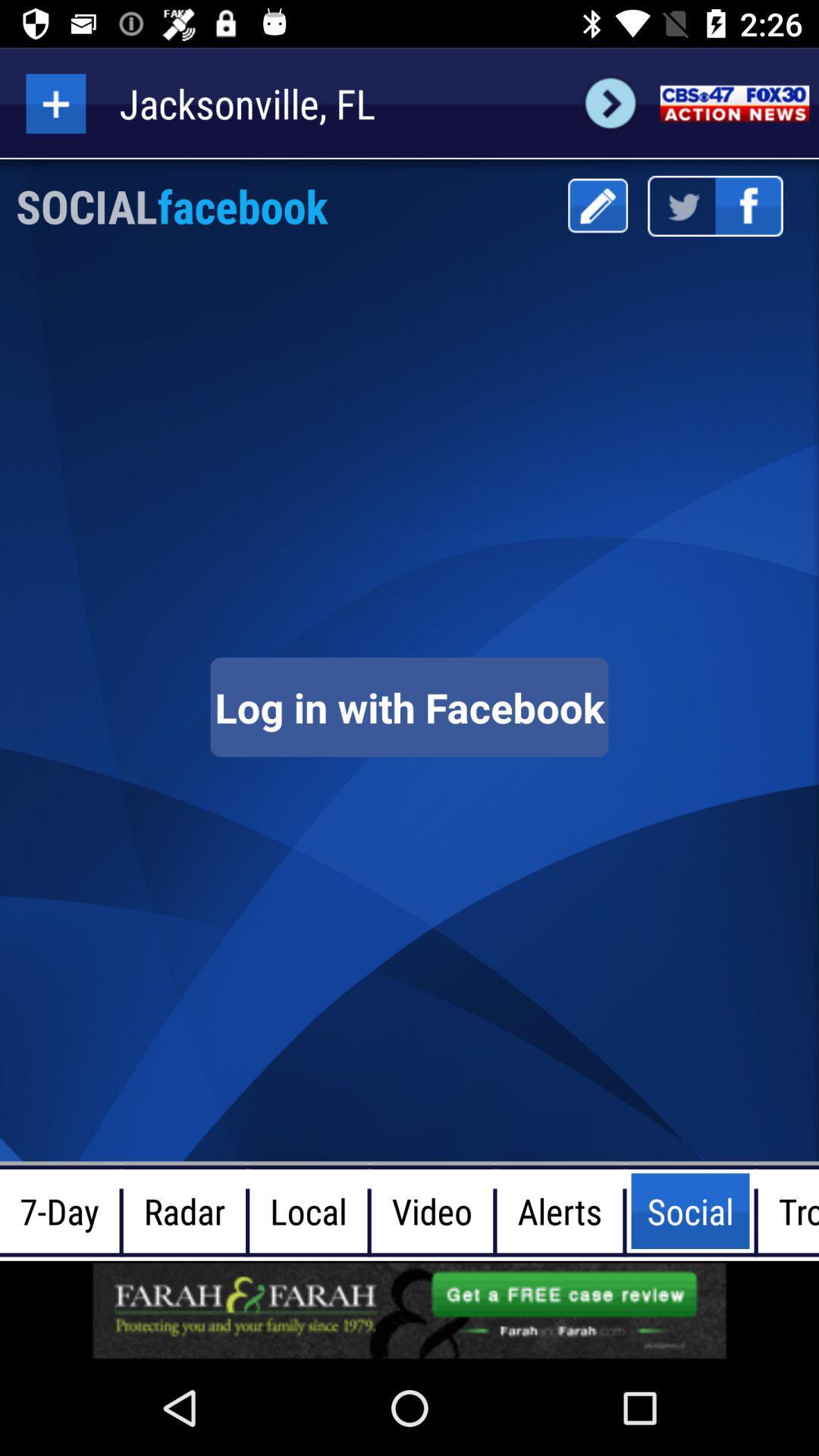 This screenshot has width=819, height=1456. What do you see at coordinates (610, 102) in the screenshot?
I see `next button` at bounding box center [610, 102].